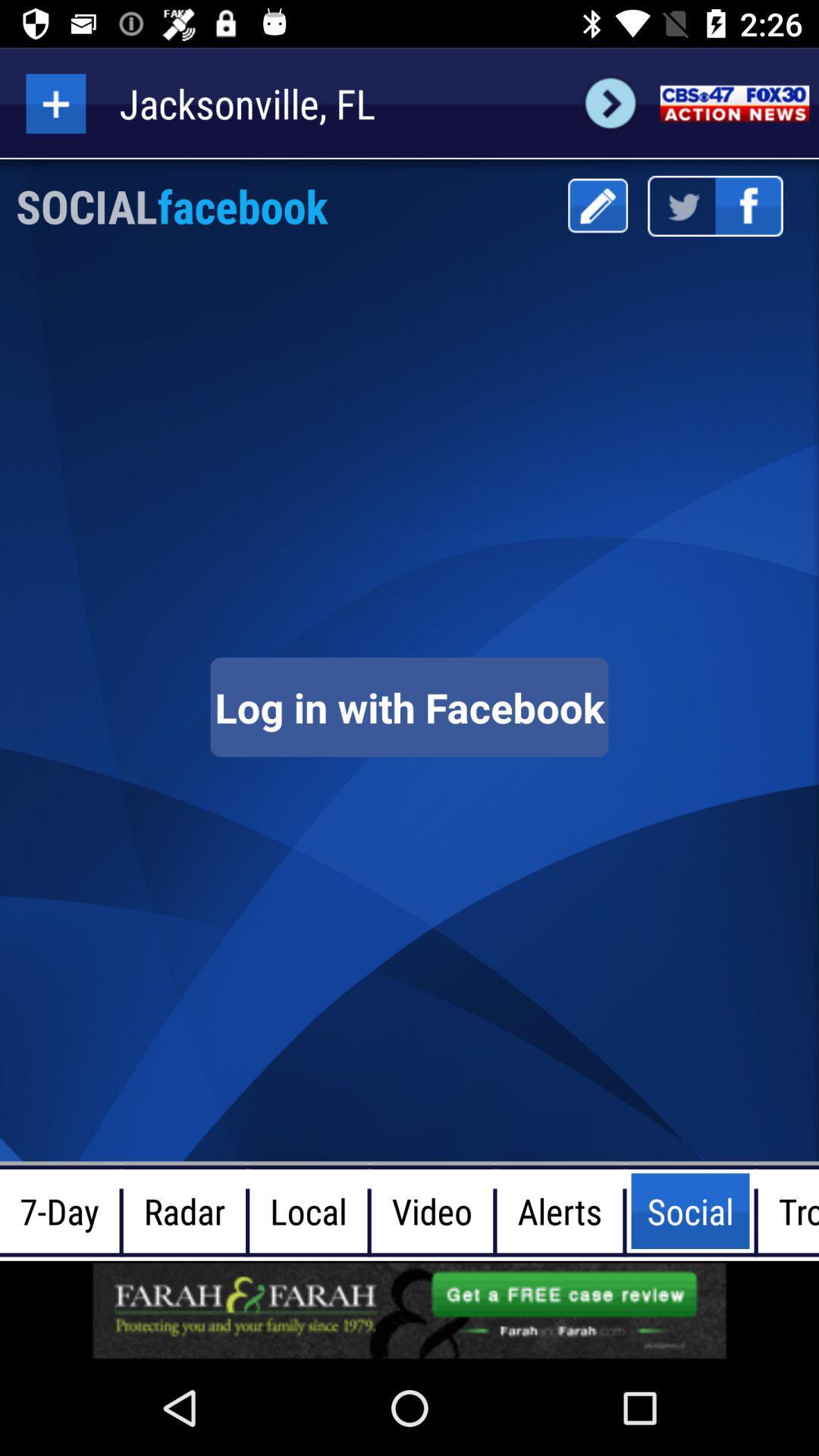 This screenshot has width=819, height=1456. What do you see at coordinates (610, 102) in the screenshot?
I see `next button` at bounding box center [610, 102].